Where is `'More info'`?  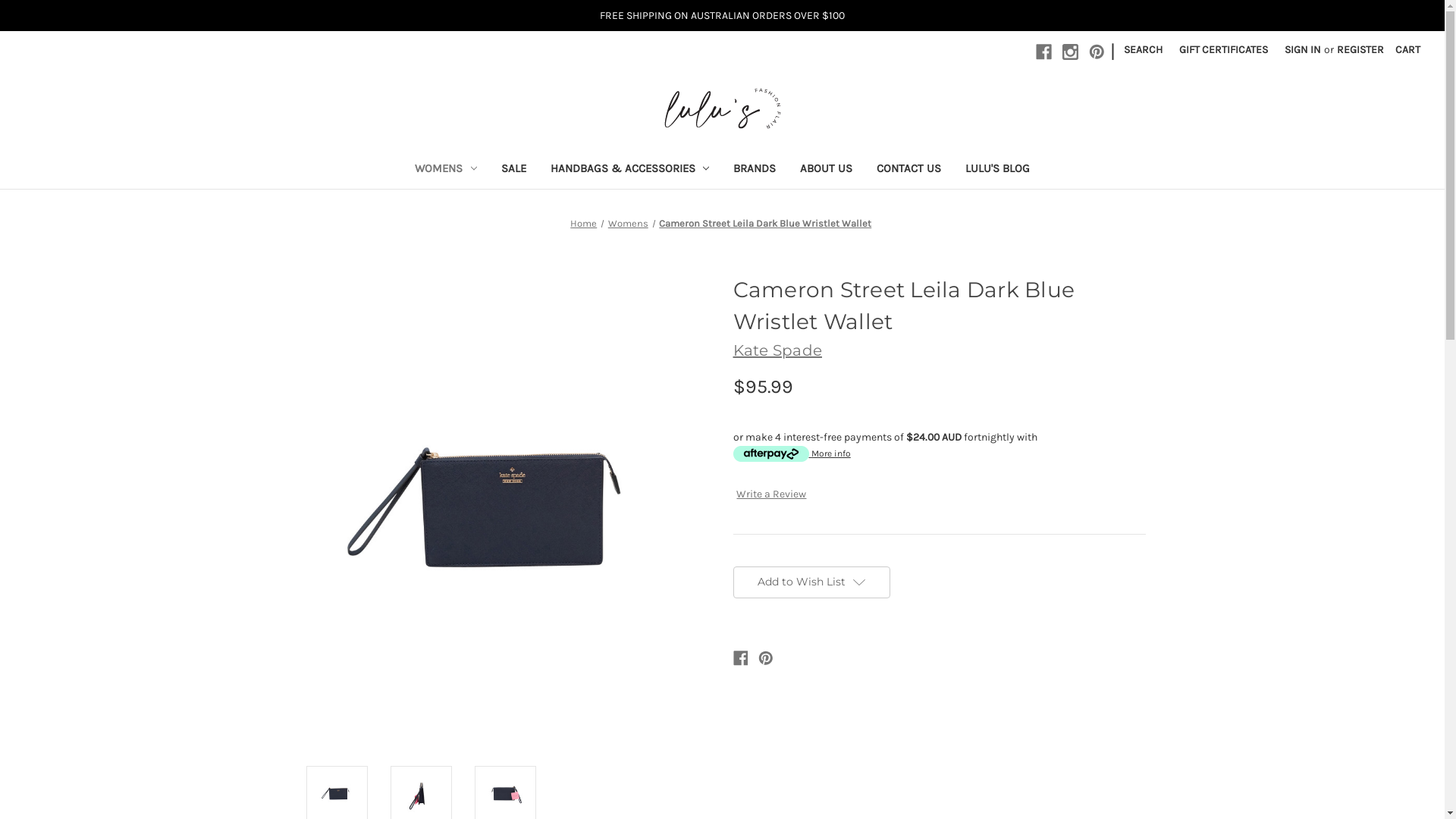 'More info' is located at coordinates (790, 452).